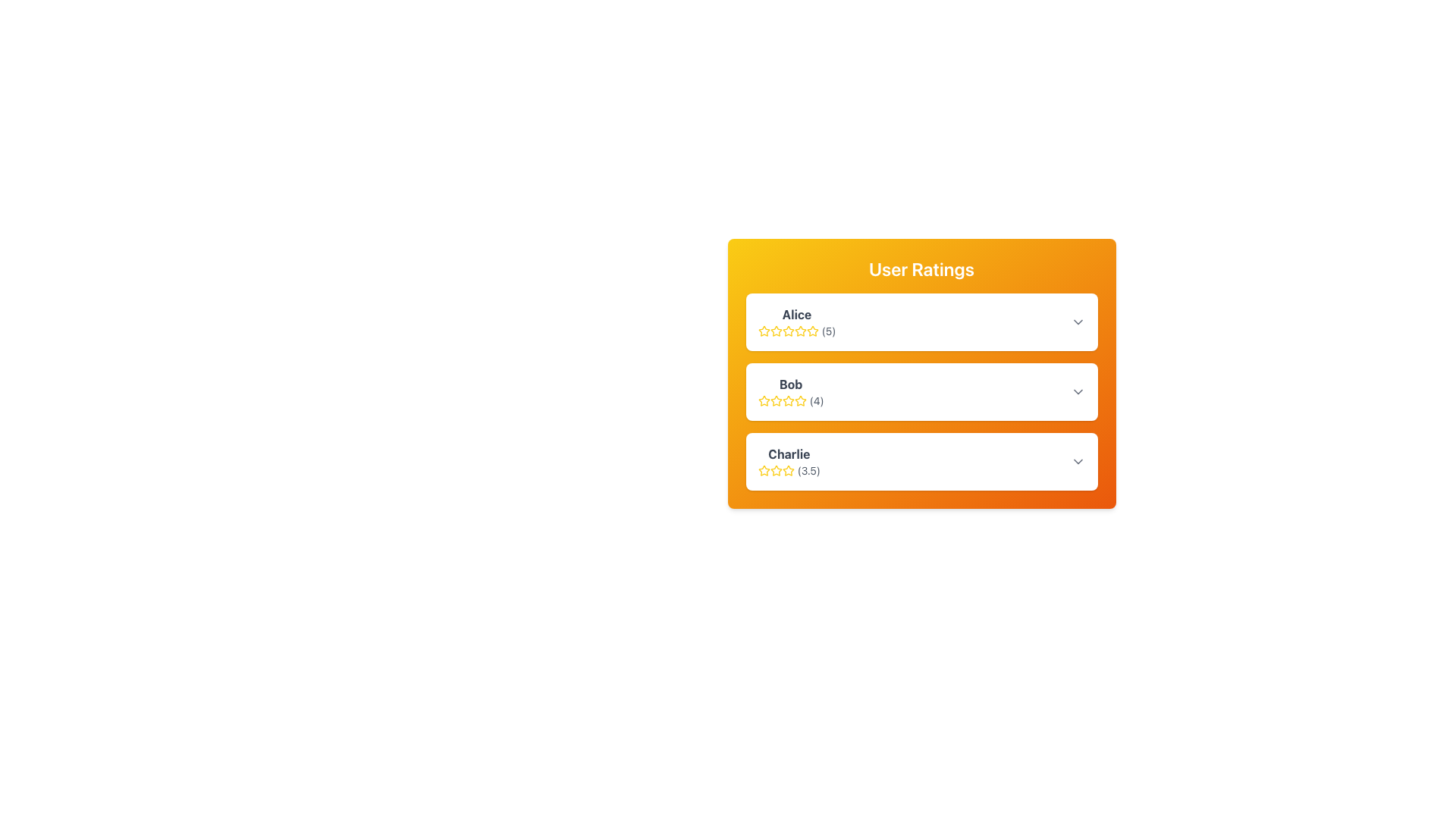 The width and height of the screenshot is (1456, 819). I want to click on the yellow star icon in the rating section for user 'Bob', which is the second star in the star rating group, so click(776, 400).